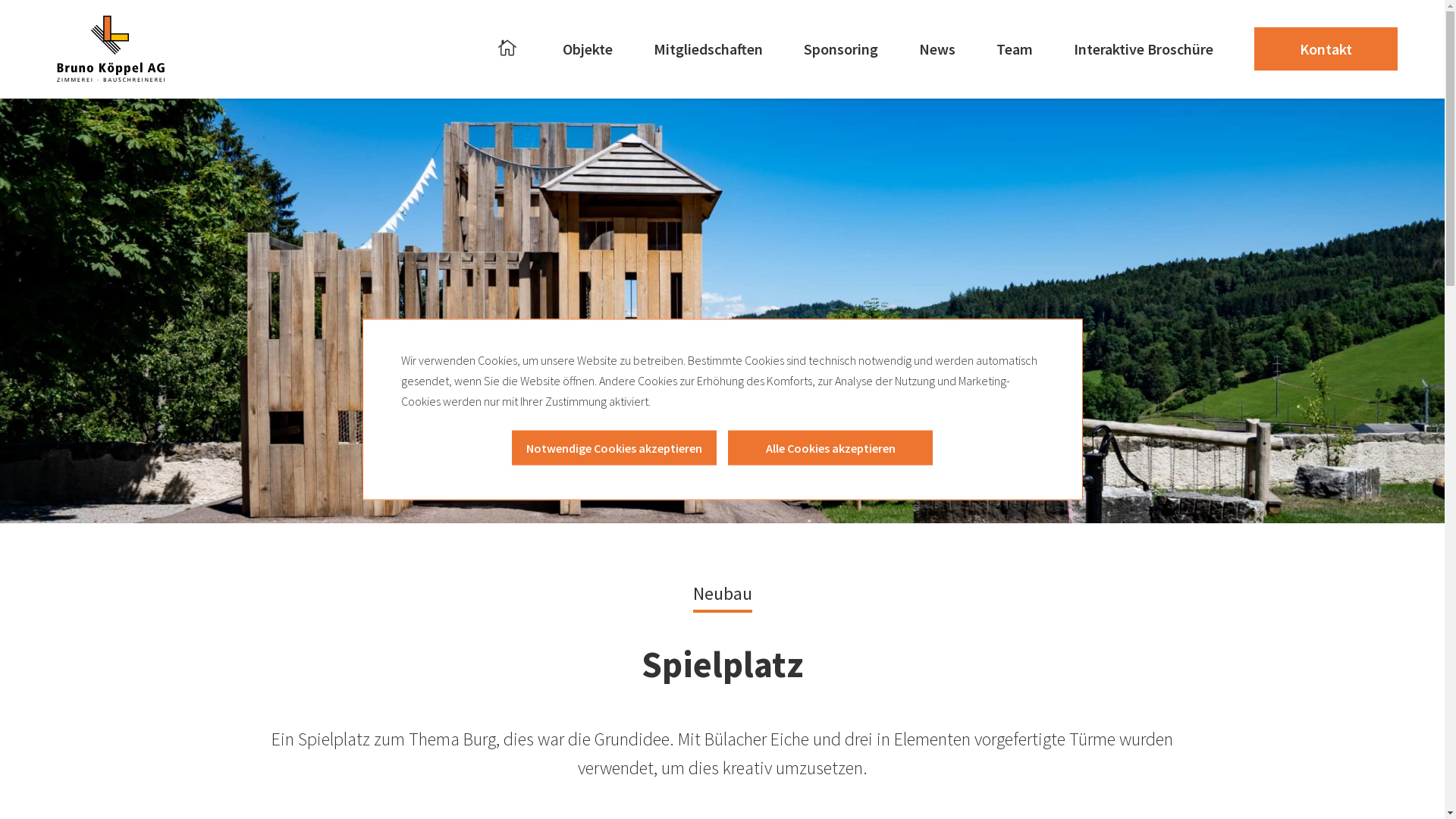 The height and width of the screenshot is (819, 1456). I want to click on 'News', so click(937, 49).